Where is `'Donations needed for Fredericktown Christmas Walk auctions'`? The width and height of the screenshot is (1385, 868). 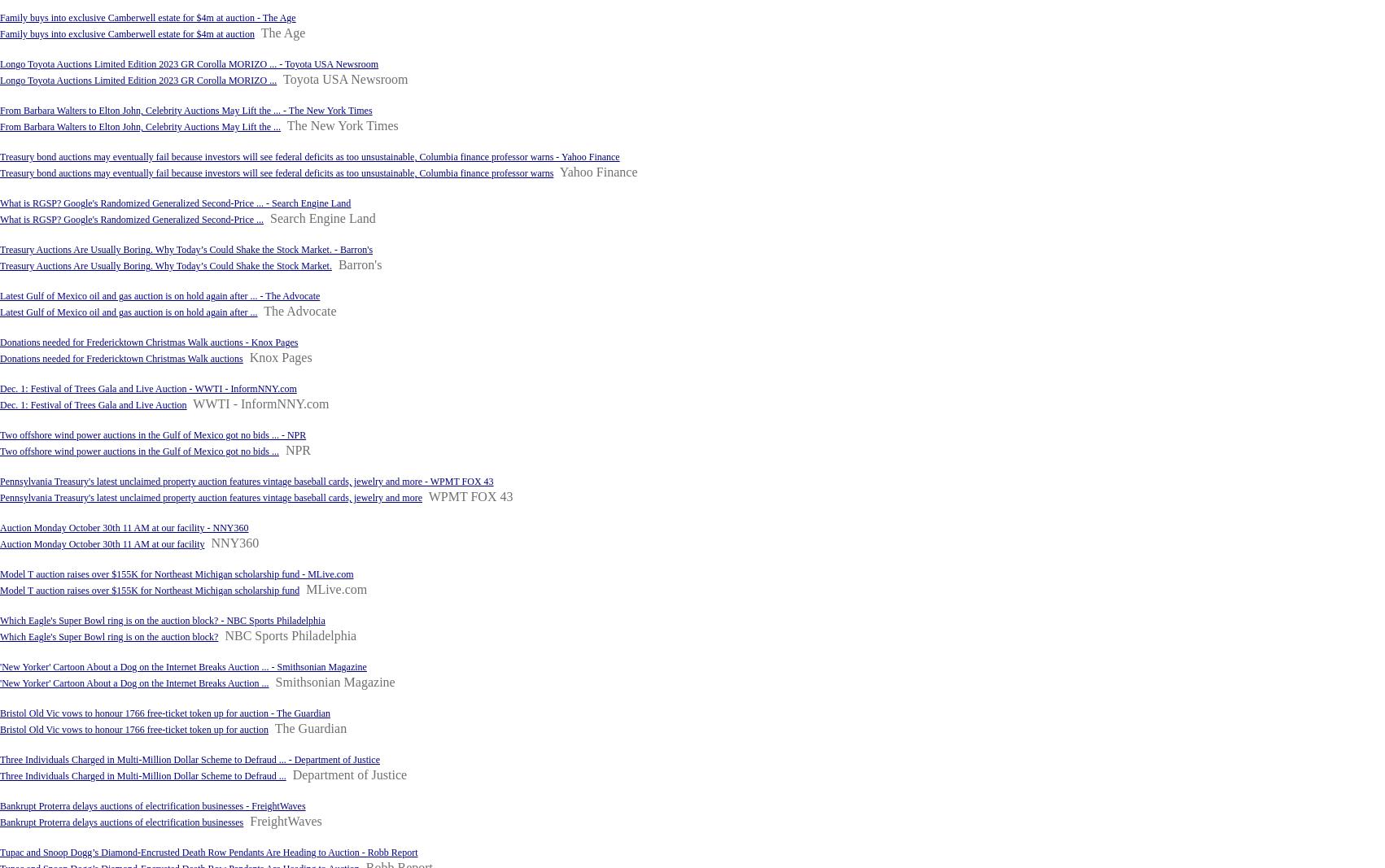
'Donations needed for Fredericktown Christmas Walk auctions' is located at coordinates (120, 357).